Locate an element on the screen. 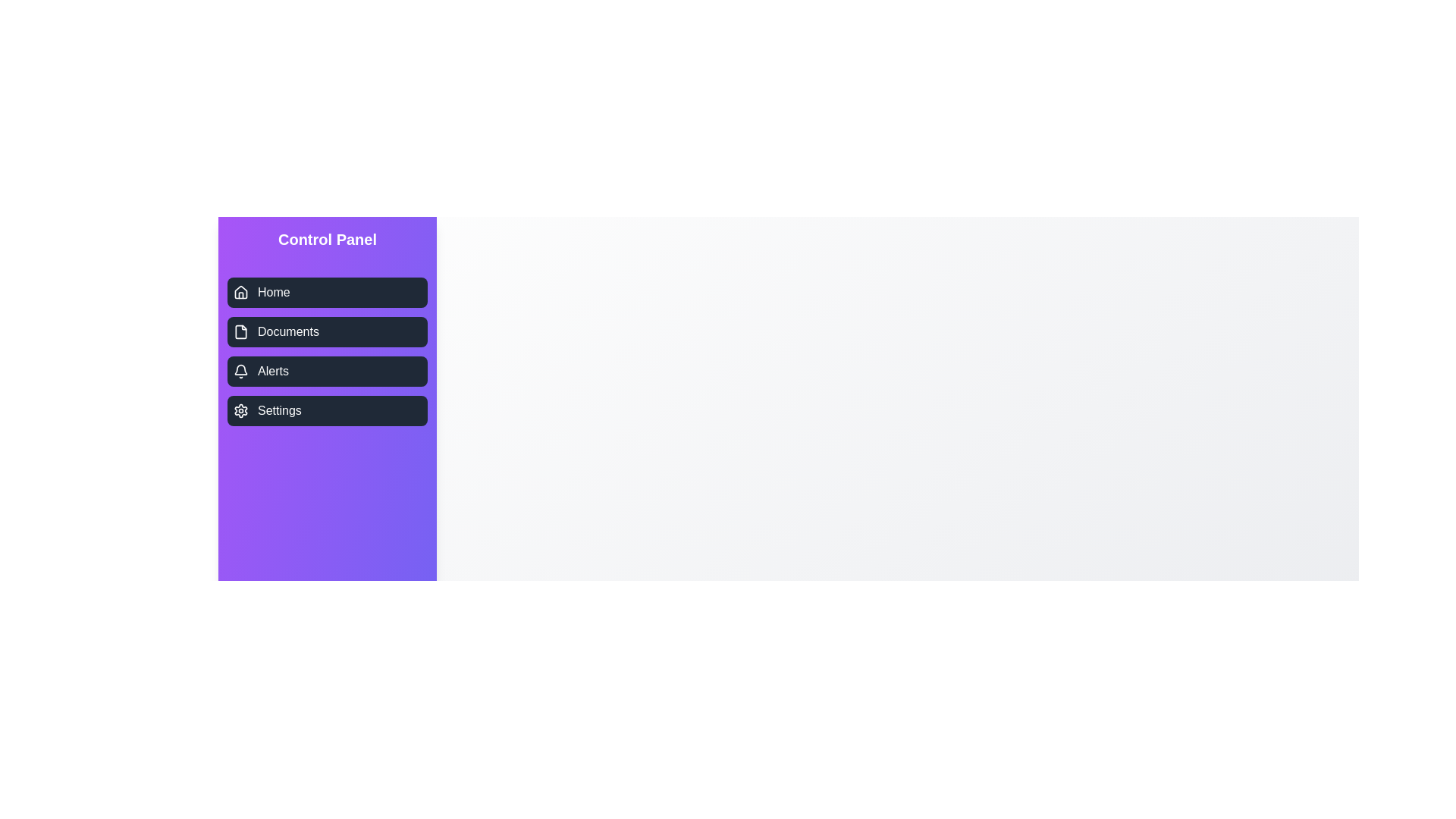 This screenshot has height=819, width=1456. the navigation item labeled Documents is located at coordinates (327, 331).